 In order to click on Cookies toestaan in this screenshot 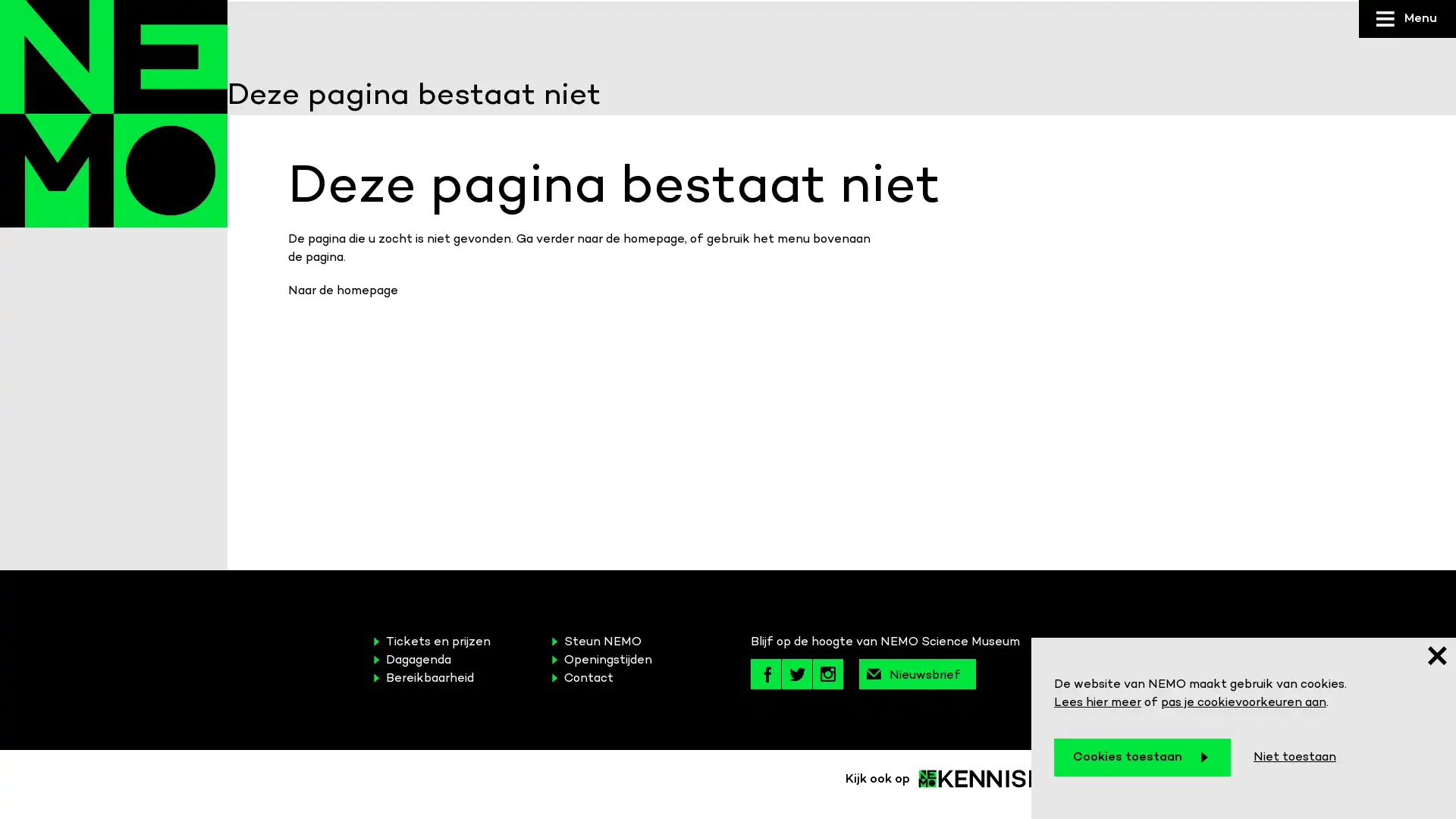, I will do `click(1142, 758)`.